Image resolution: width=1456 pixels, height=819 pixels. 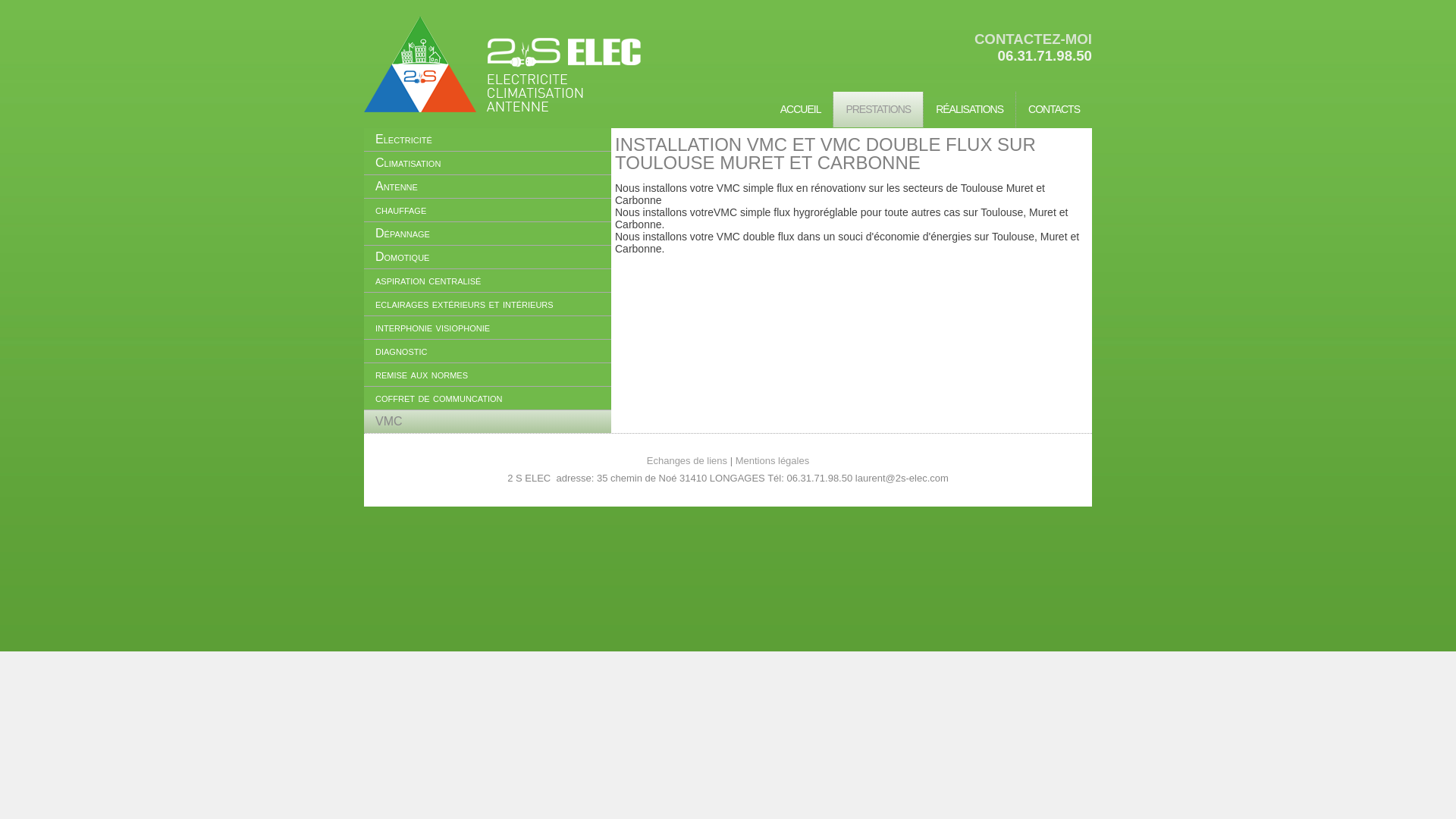 I want to click on 'Domotique', so click(x=488, y=256).